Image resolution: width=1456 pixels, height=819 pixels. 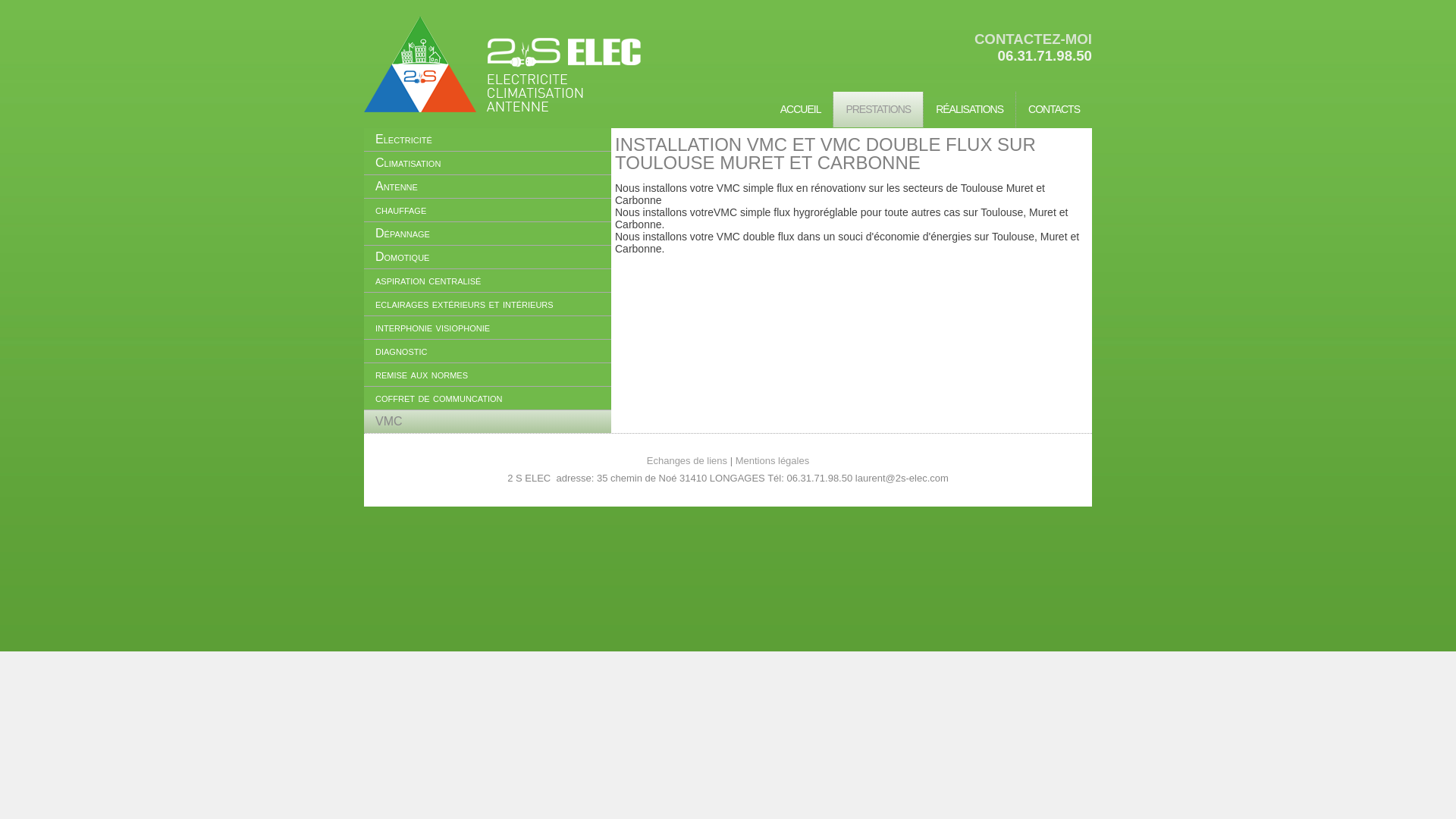 I want to click on 'Domotique', so click(x=488, y=256).